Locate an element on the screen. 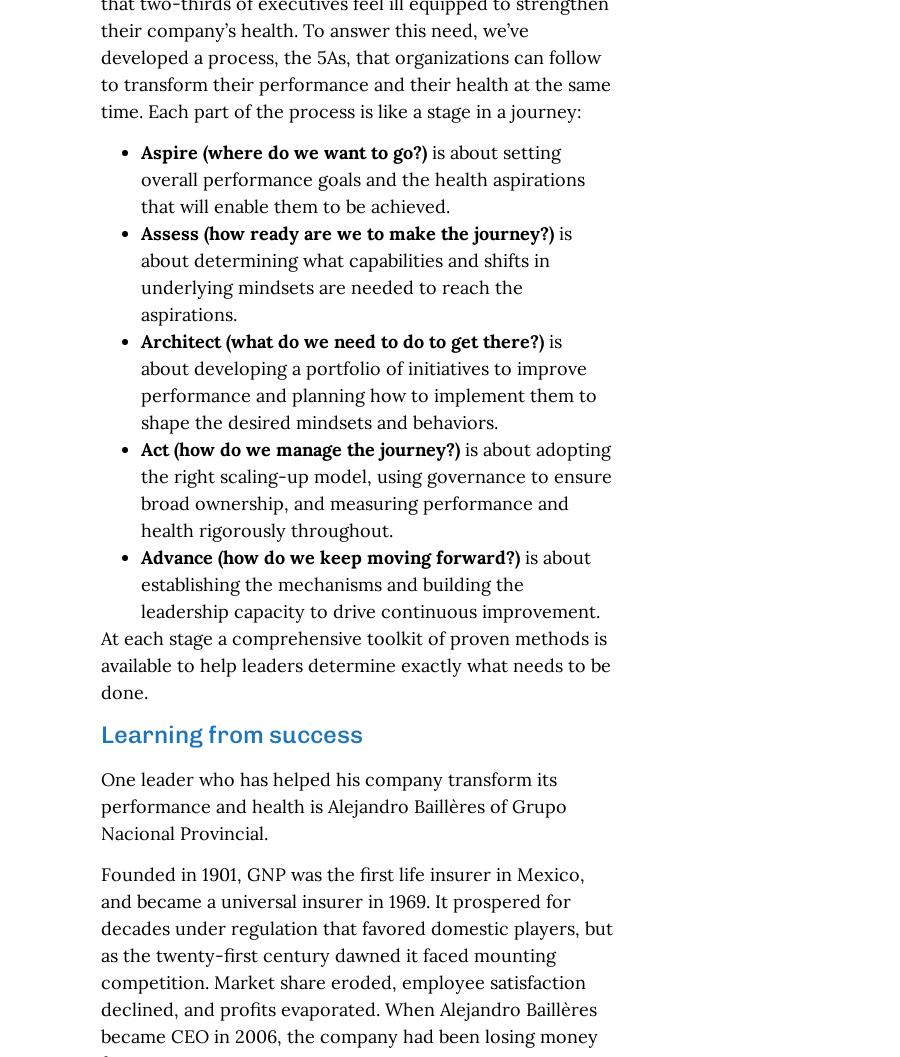 The width and height of the screenshot is (900, 1057). 'Architect (what do we need to do to get there?)' is located at coordinates (341, 341).